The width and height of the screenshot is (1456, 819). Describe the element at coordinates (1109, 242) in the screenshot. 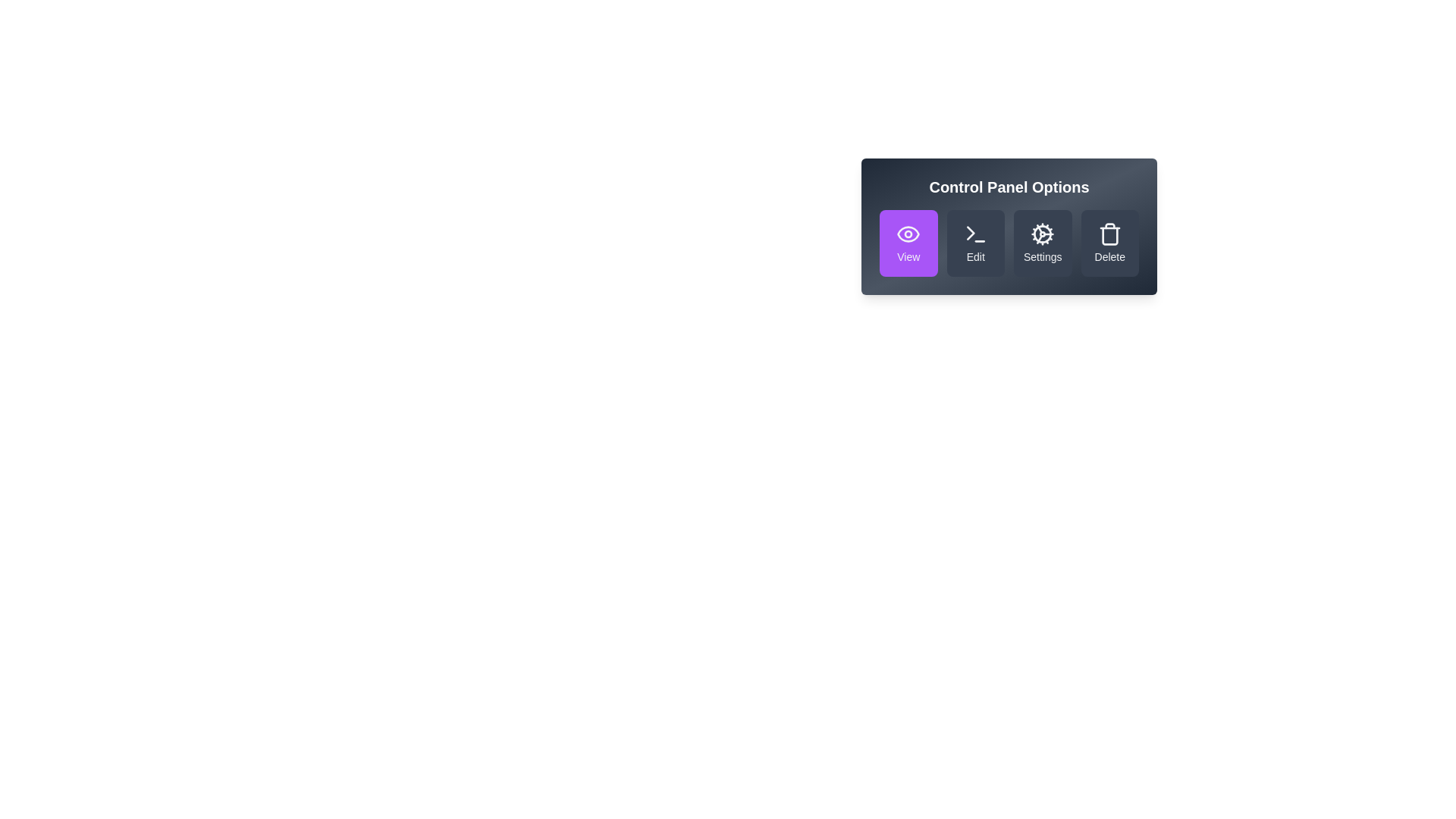

I see `the 'Delete' button with a trash bin icon located in the control panel, which is the fourth button in a grid layout` at that location.